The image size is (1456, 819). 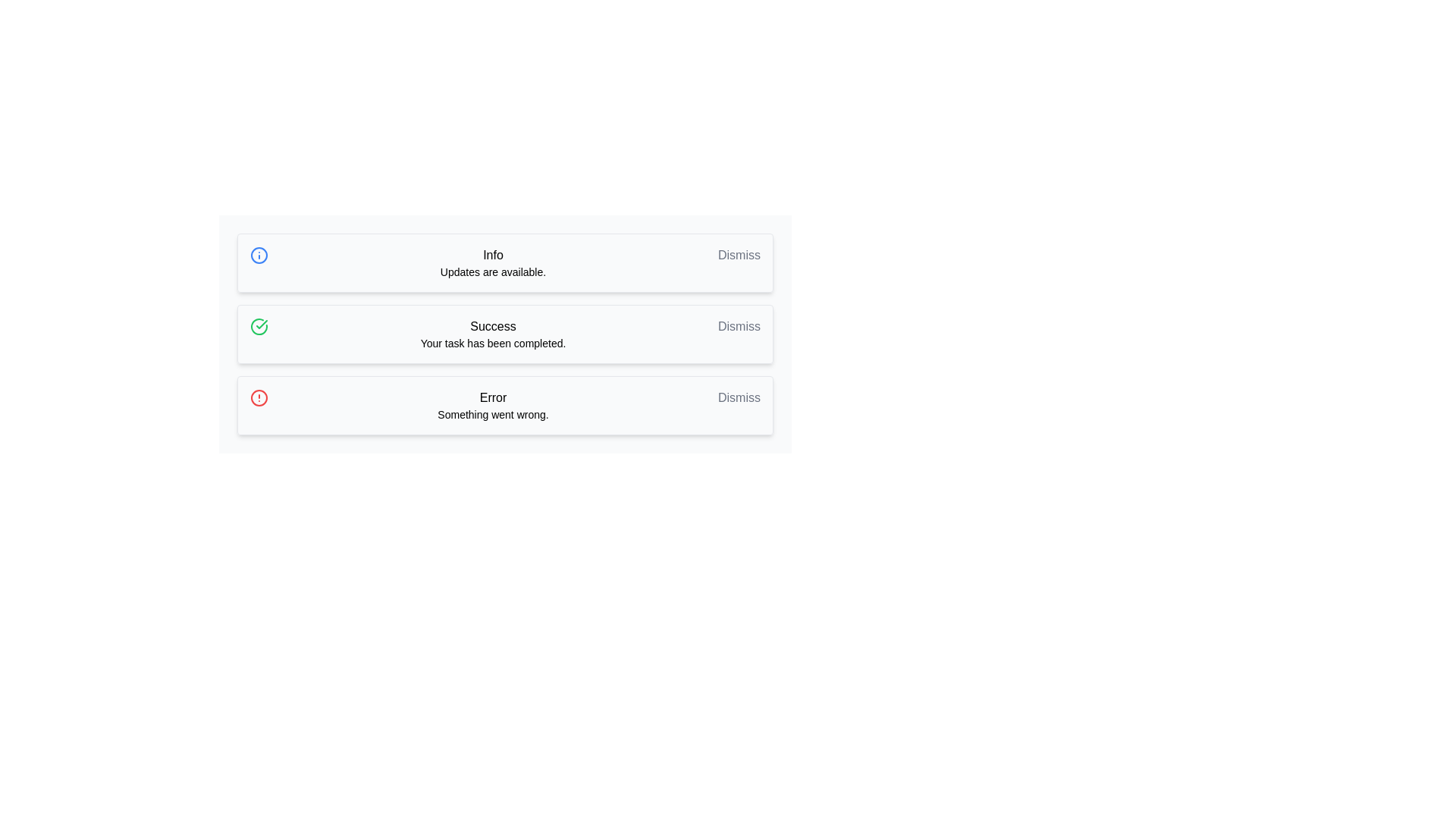 What do you see at coordinates (493, 405) in the screenshot?
I see `the text block that informs the user about an error condition, located in the third notification card, positioned under the circular icon and to the left of the 'Dismiss' button` at bounding box center [493, 405].